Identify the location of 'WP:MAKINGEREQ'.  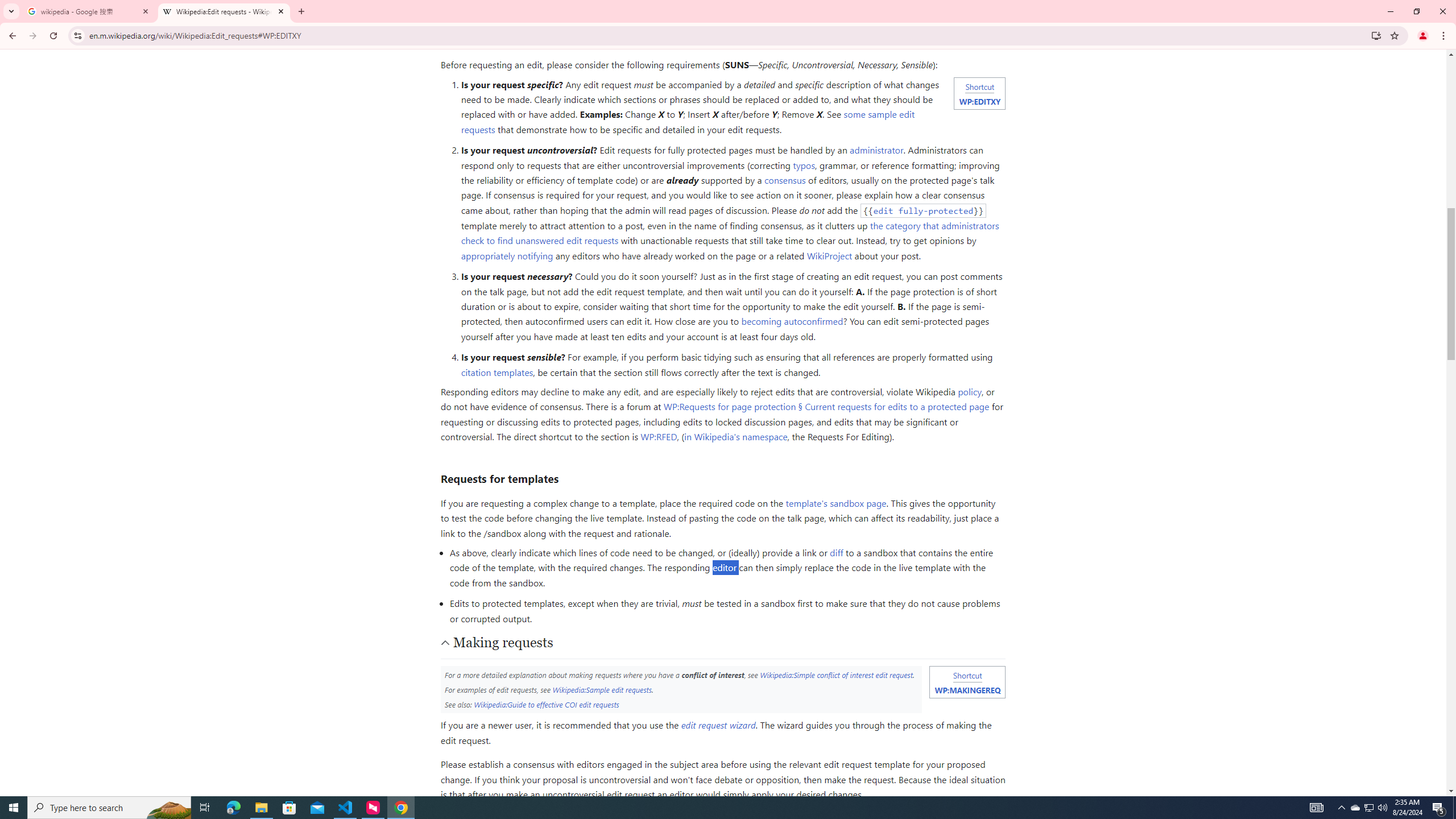
(967, 690).